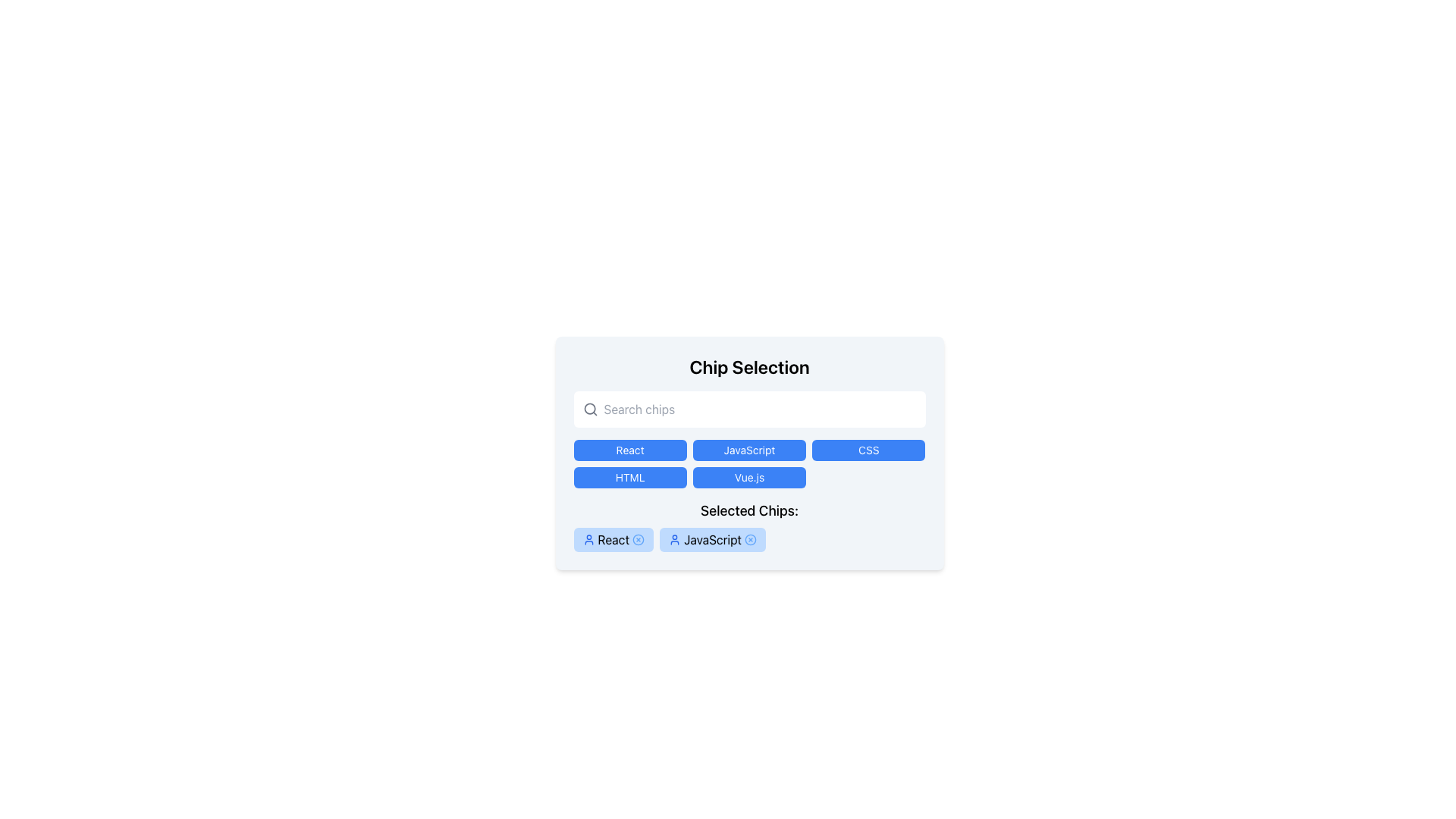  Describe the element at coordinates (613, 539) in the screenshot. I see `the selectable tag labeled 'React' in the 'Selected Chips' section` at that location.